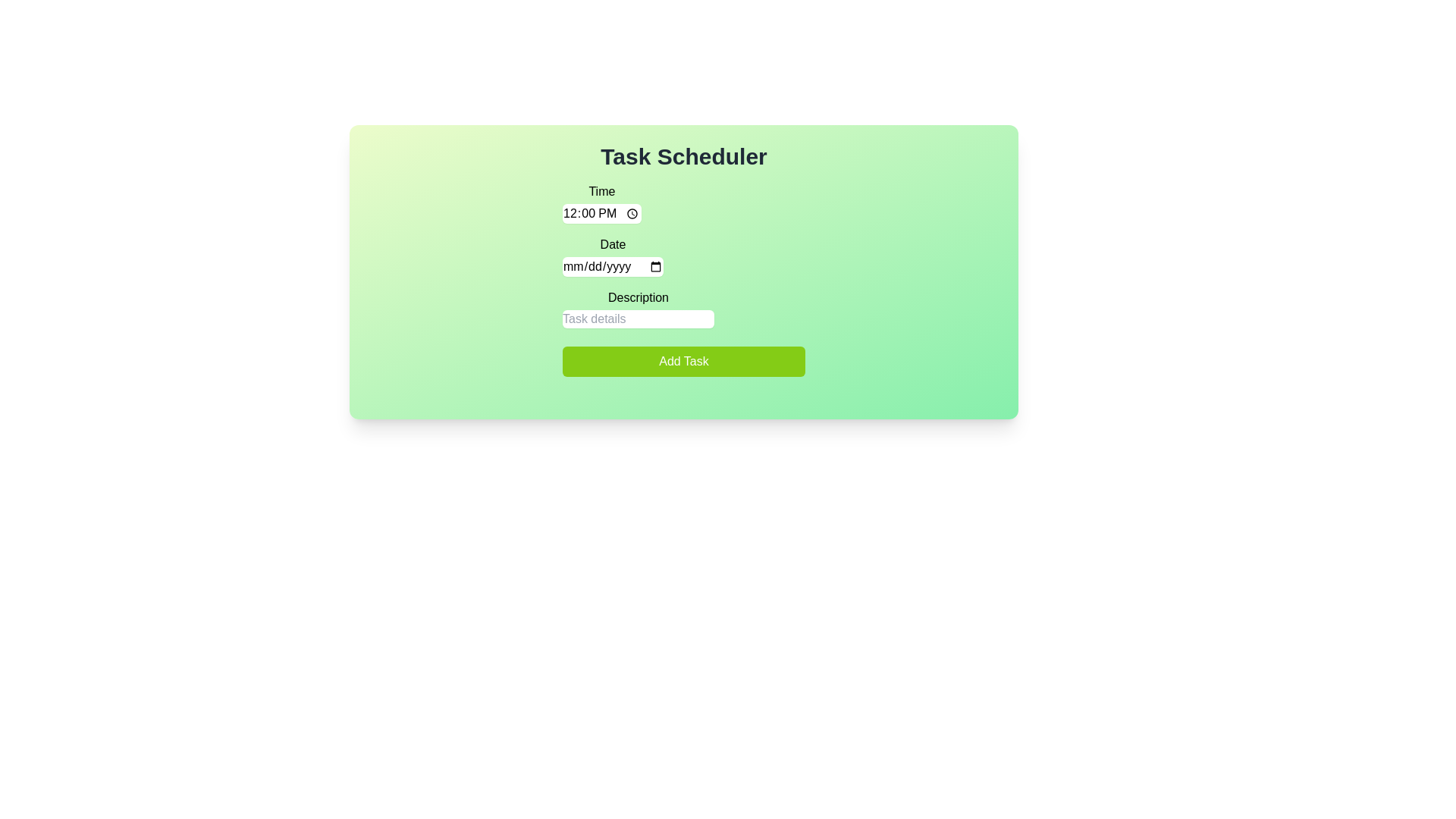  Describe the element at coordinates (683, 157) in the screenshot. I see `the bold, dark-colored text reading 'Task Scheduler' which is prominently displayed at the top of a UI card with a green gradient background` at that location.